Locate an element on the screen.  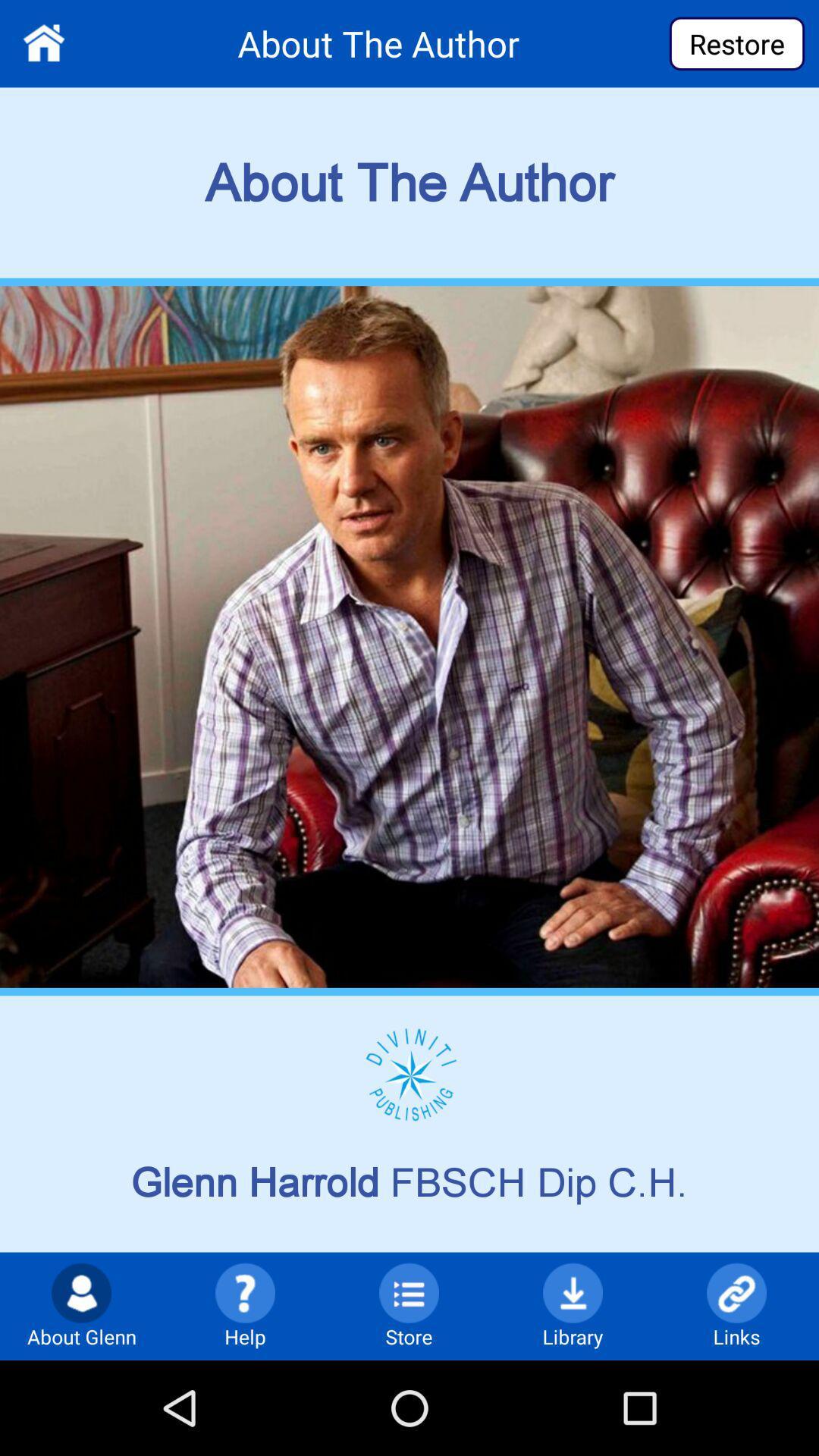
the icon which is left side of help option is located at coordinates (81, 1291).